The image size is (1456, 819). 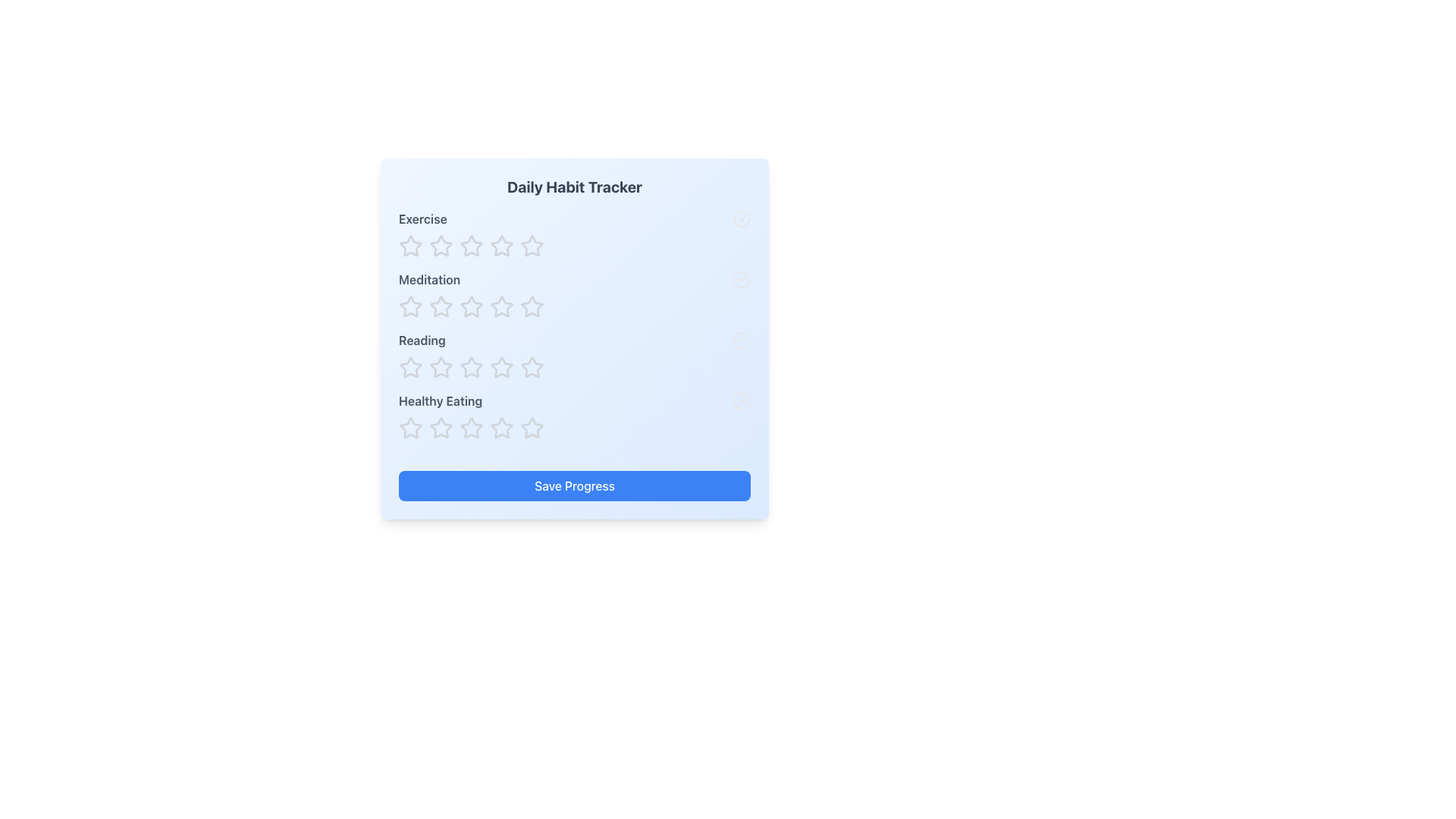 What do you see at coordinates (532, 245) in the screenshot?
I see `the second star in the horizontal row of stars for the 'Exercise' activity rating, located below the 'Daily Habit Tracker' title to provide a rating` at bounding box center [532, 245].